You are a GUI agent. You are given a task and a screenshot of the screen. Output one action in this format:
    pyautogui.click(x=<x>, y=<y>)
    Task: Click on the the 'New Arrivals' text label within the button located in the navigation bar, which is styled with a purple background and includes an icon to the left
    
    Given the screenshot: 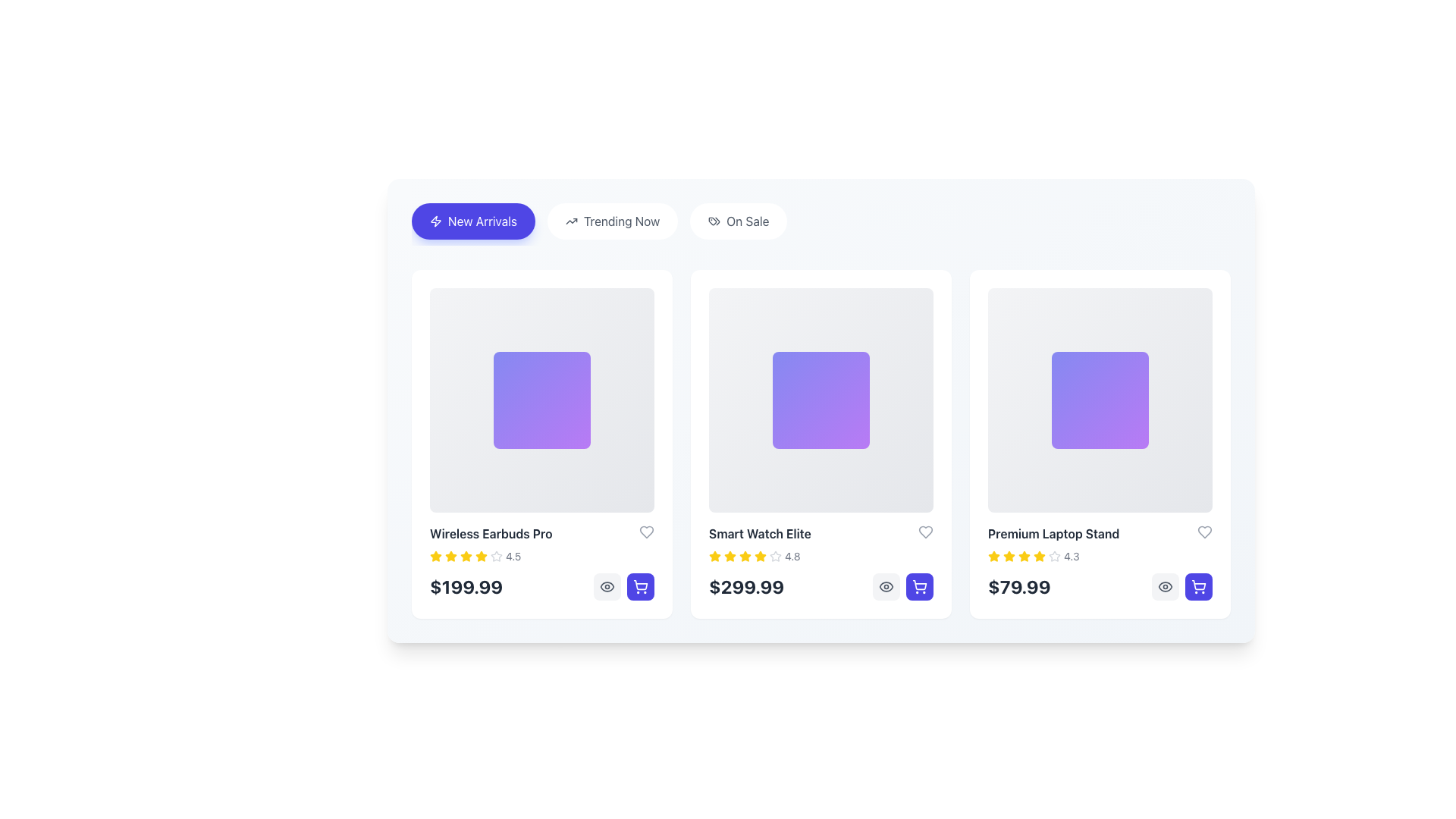 What is the action you would take?
    pyautogui.click(x=482, y=221)
    